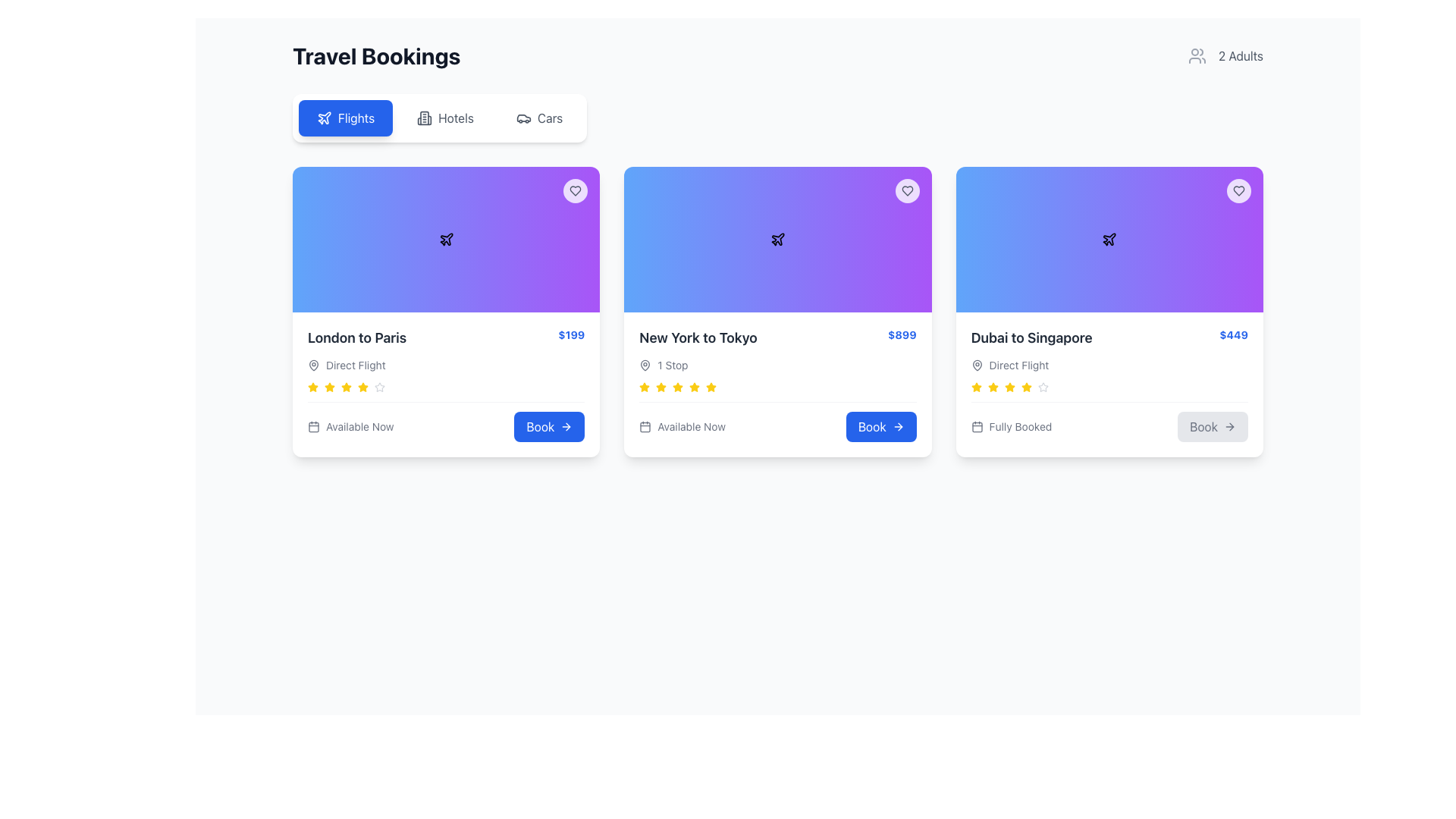 The width and height of the screenshot is (1456, 819). Describe the element at coordinates (976, 386) in the screenshot. I see `the leftmost star icon representing the rating for the travel option from 'New York to Tokyo'` at that location.